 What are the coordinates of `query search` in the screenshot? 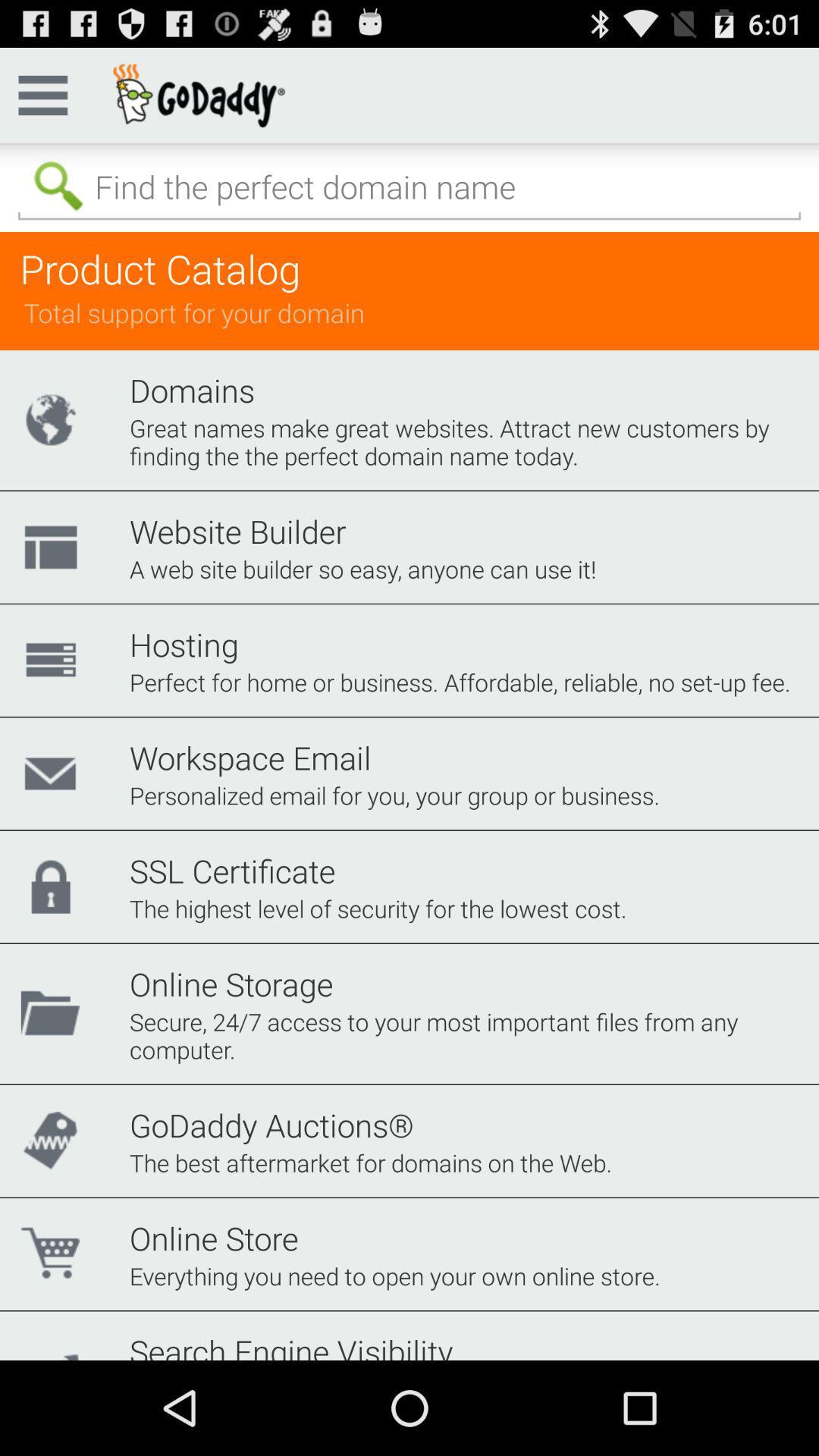 It's located at (409, 187).